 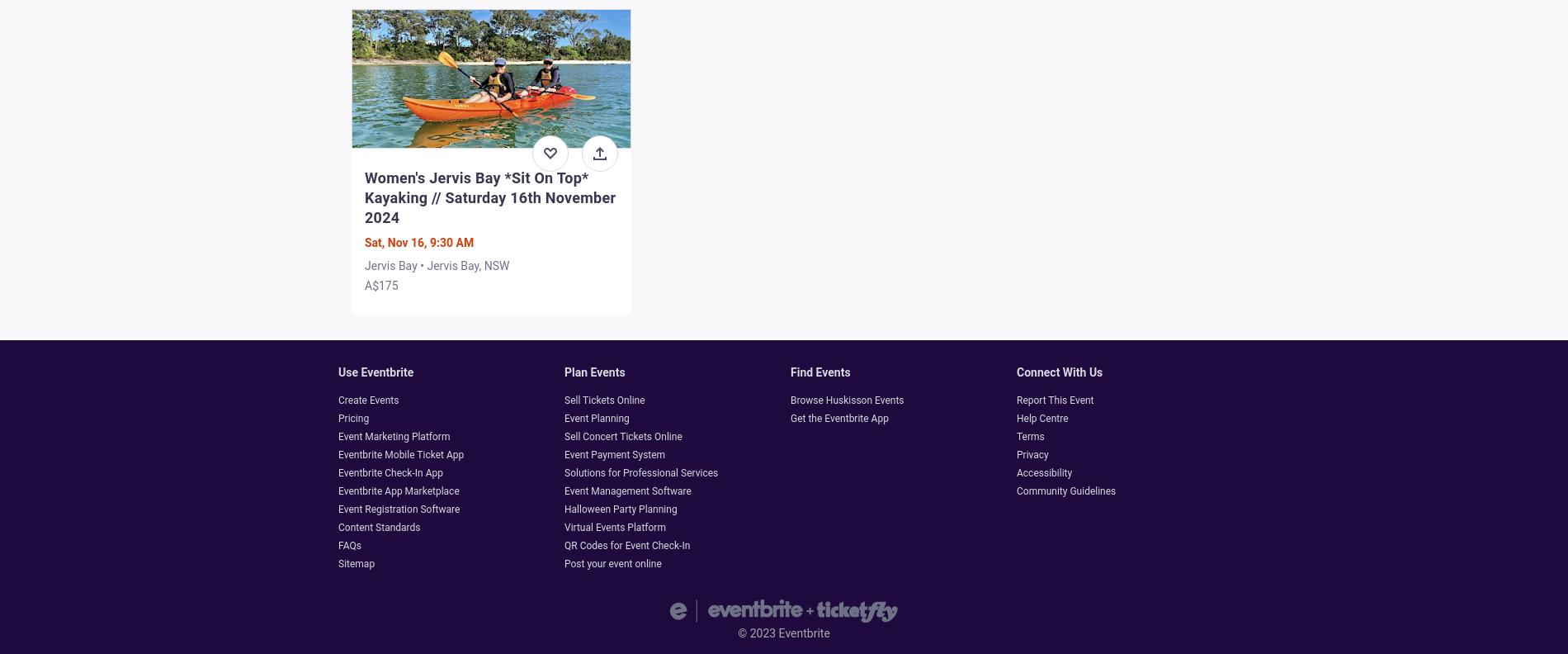 I want to click on 'Event Marketing Platform', so click(x=394, y=435).